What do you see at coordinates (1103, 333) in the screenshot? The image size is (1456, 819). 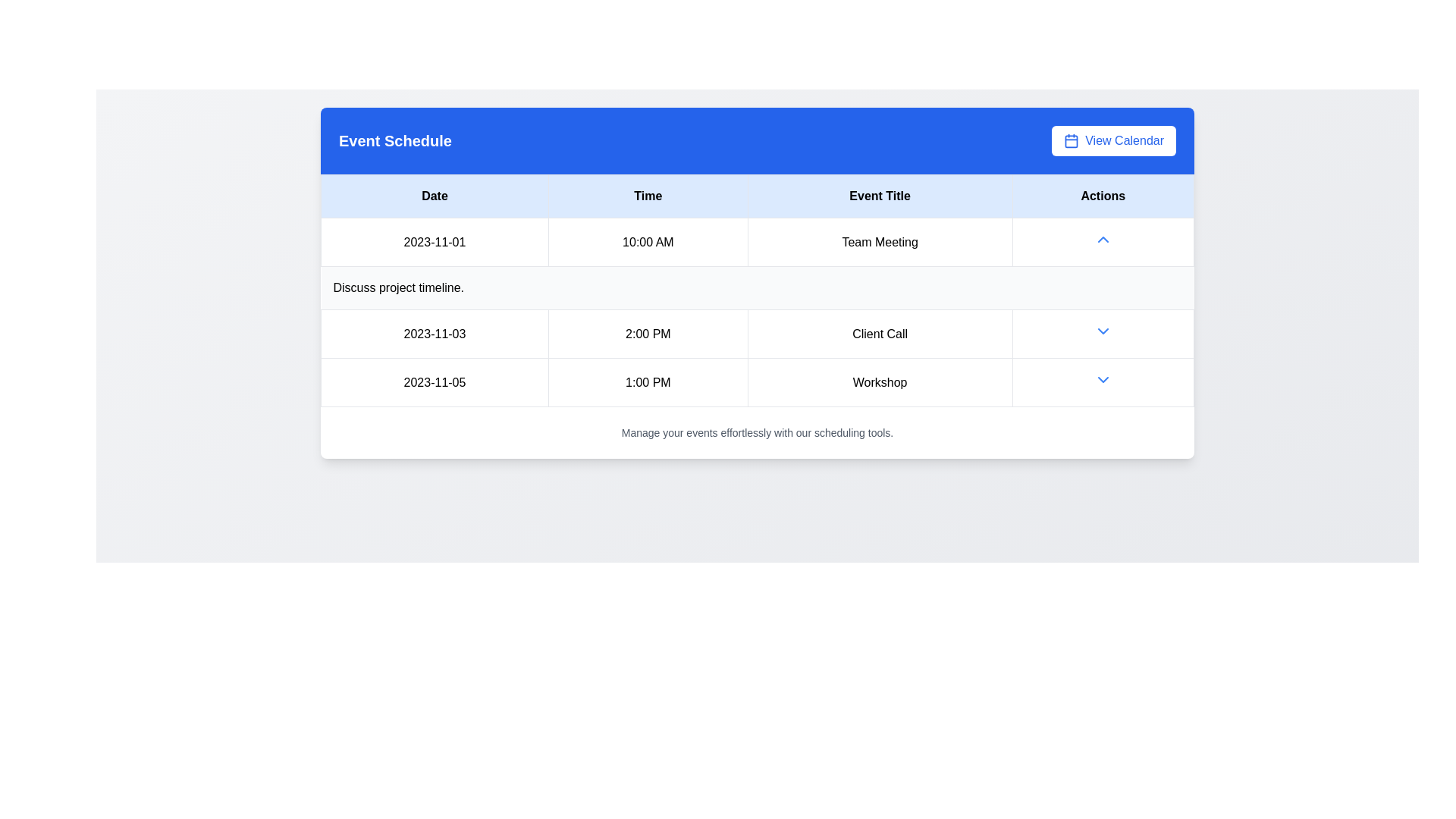 I see `the downward-pointing arrow icon/button located in the 'Actions' column of the 'Client Call' entry` at bounding box center [1103, 333].